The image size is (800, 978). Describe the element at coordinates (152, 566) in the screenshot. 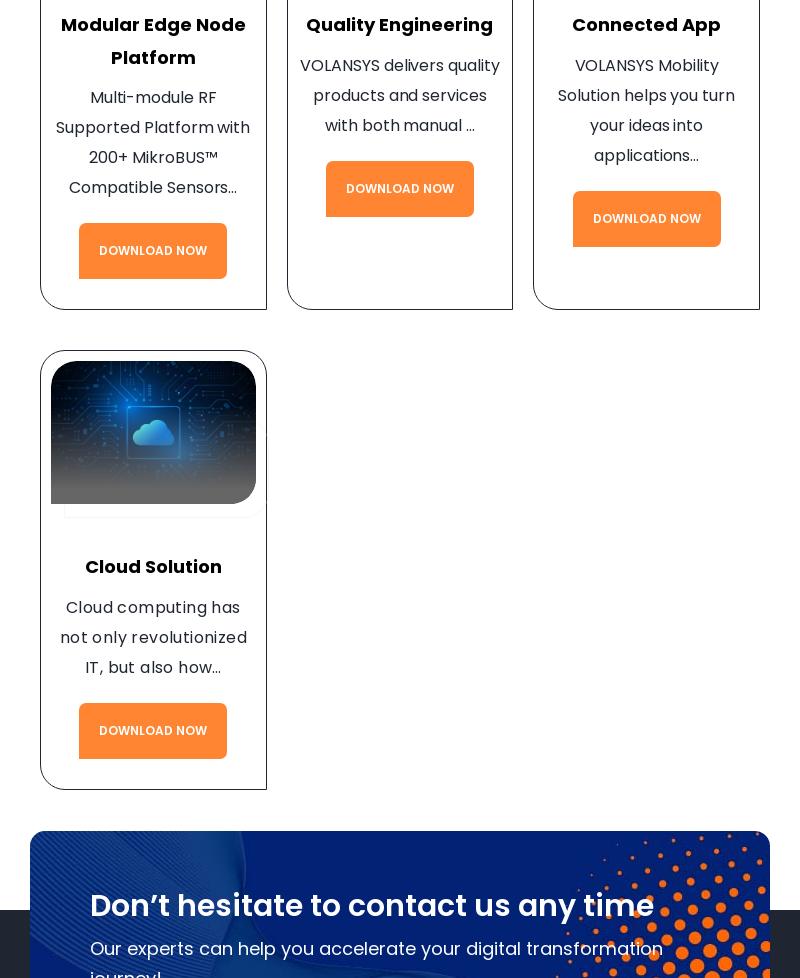

I see `'Cloud Solution'` at that location.